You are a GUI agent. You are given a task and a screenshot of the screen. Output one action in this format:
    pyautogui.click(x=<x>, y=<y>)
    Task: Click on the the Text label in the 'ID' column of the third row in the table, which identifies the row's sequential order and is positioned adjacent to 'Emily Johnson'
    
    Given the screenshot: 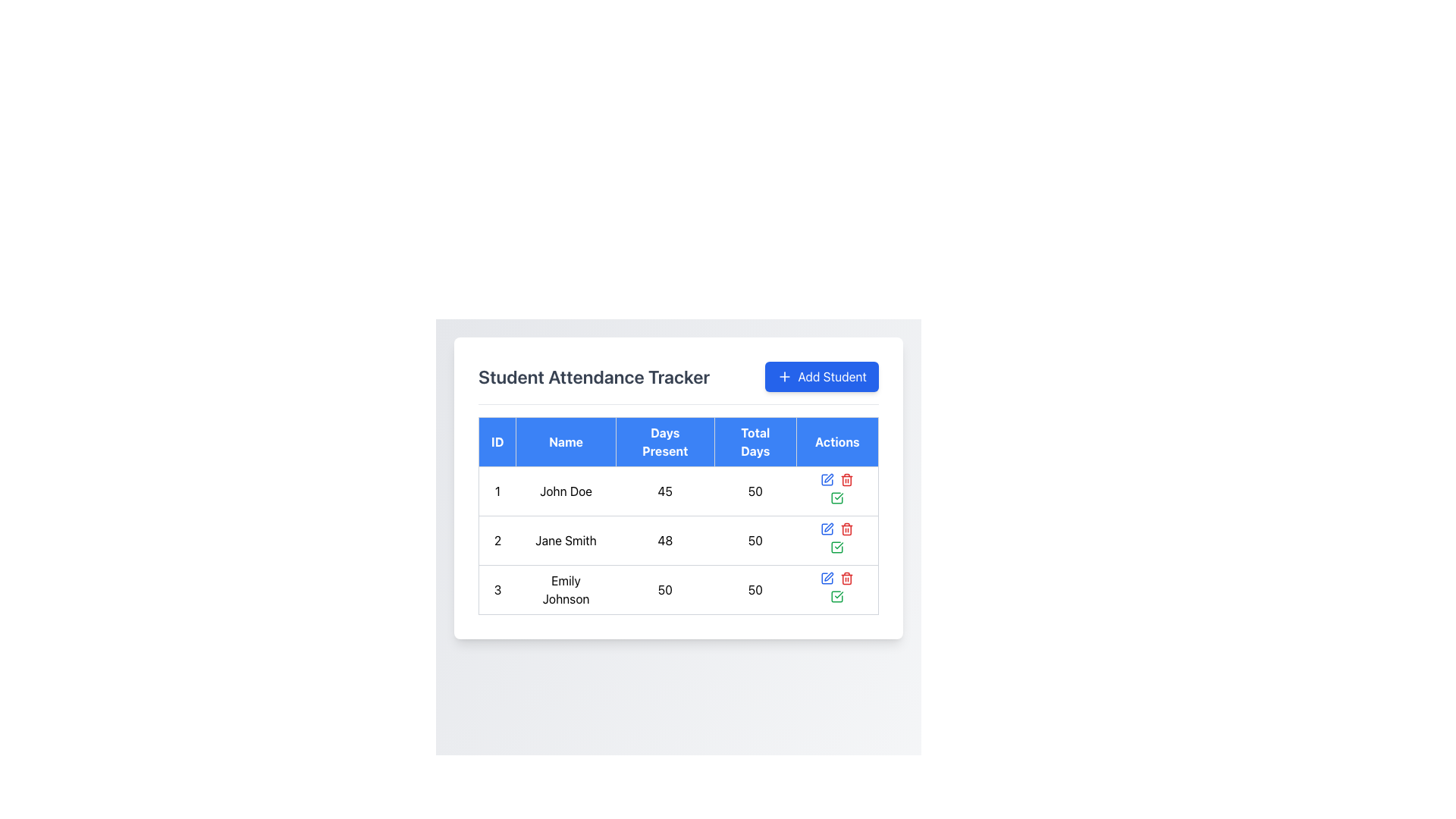 What is the action you would take?
    pyautogui.click(x=497, y=589)
    